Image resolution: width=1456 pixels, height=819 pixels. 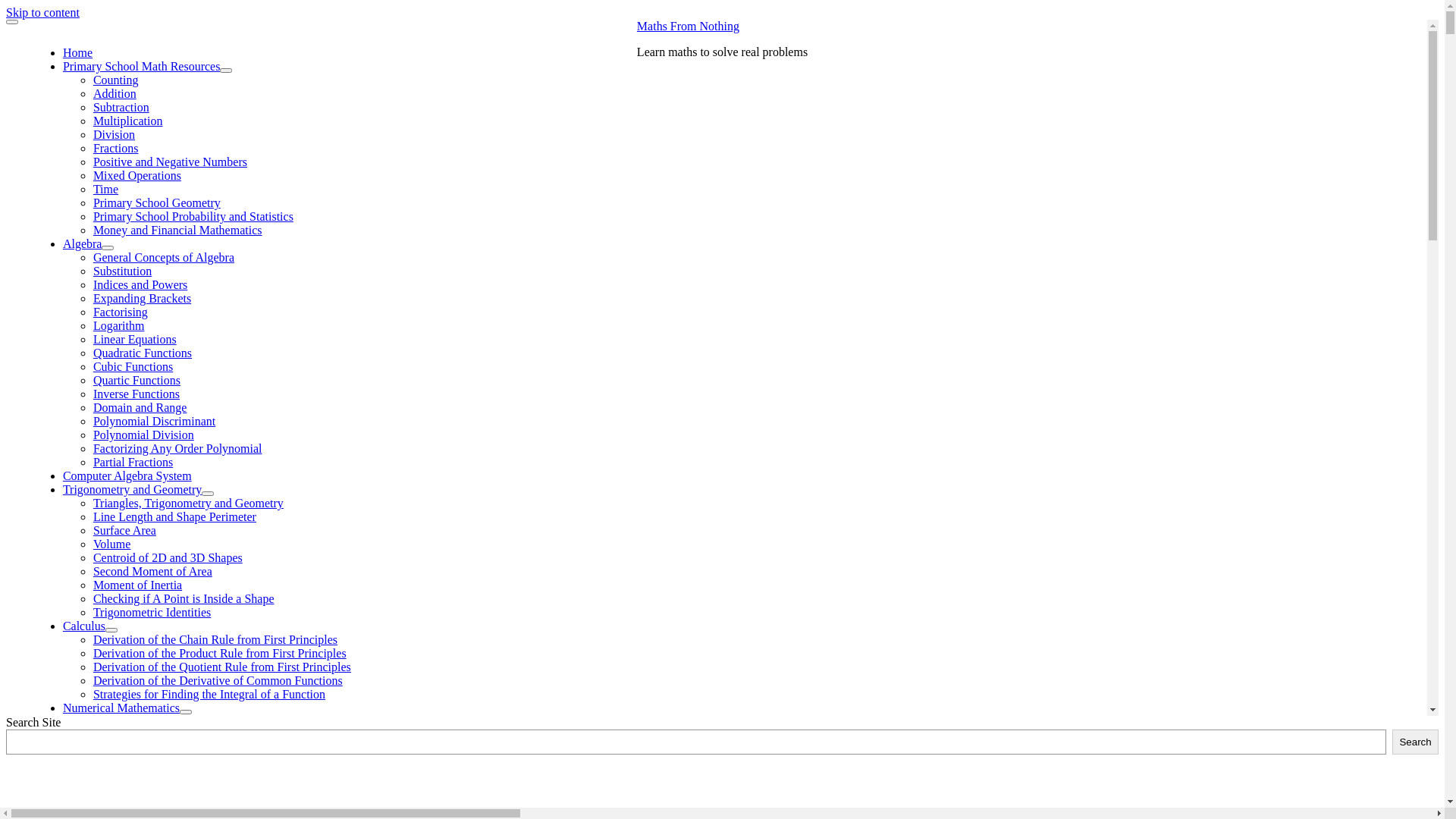 What do you see at coordinates (119, 311) in the screenshot?
I see `'Factorising'` at bounding box center [119, 311].